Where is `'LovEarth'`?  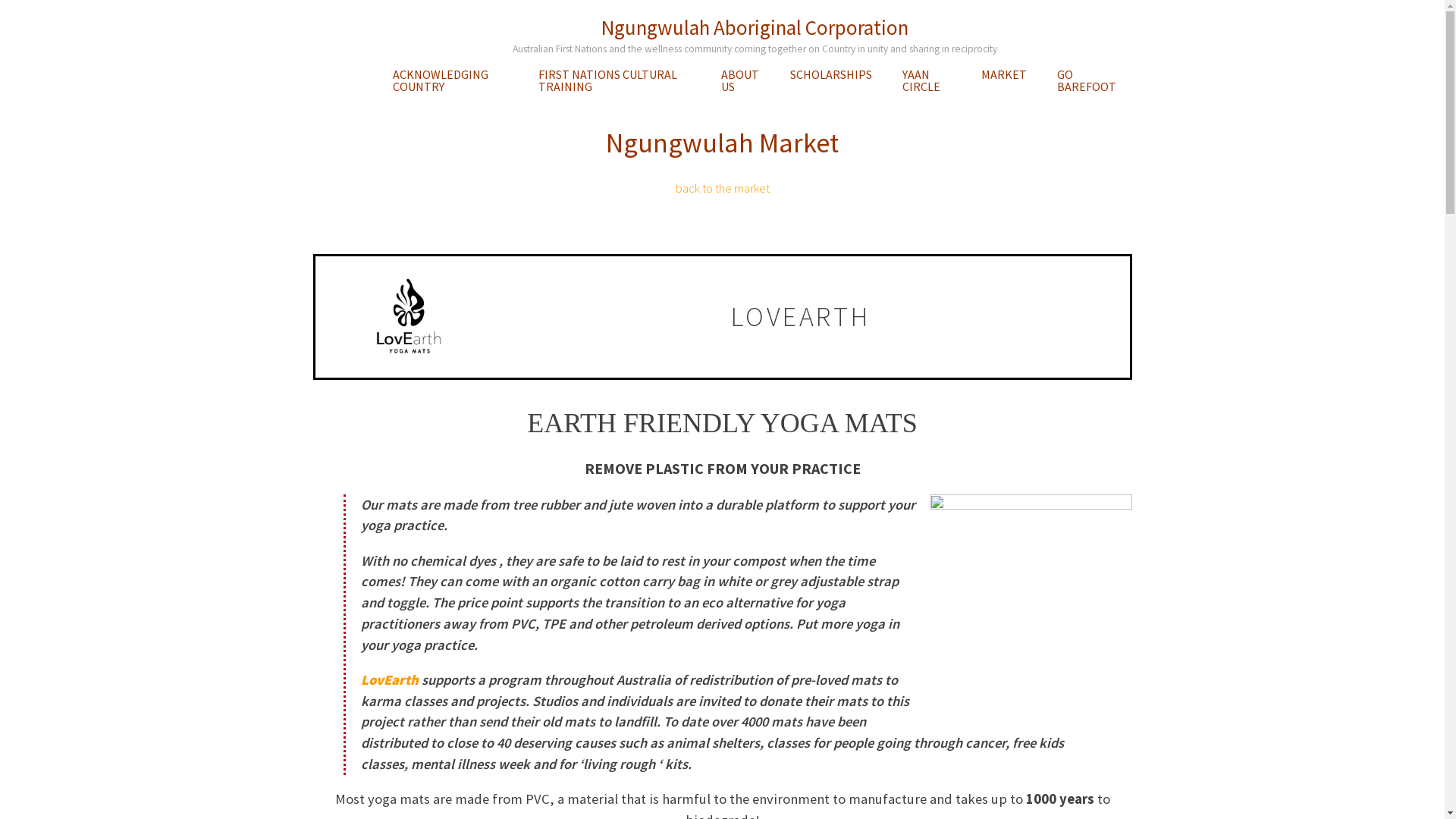 'LovEarth' is located at coordinates (389, 679).